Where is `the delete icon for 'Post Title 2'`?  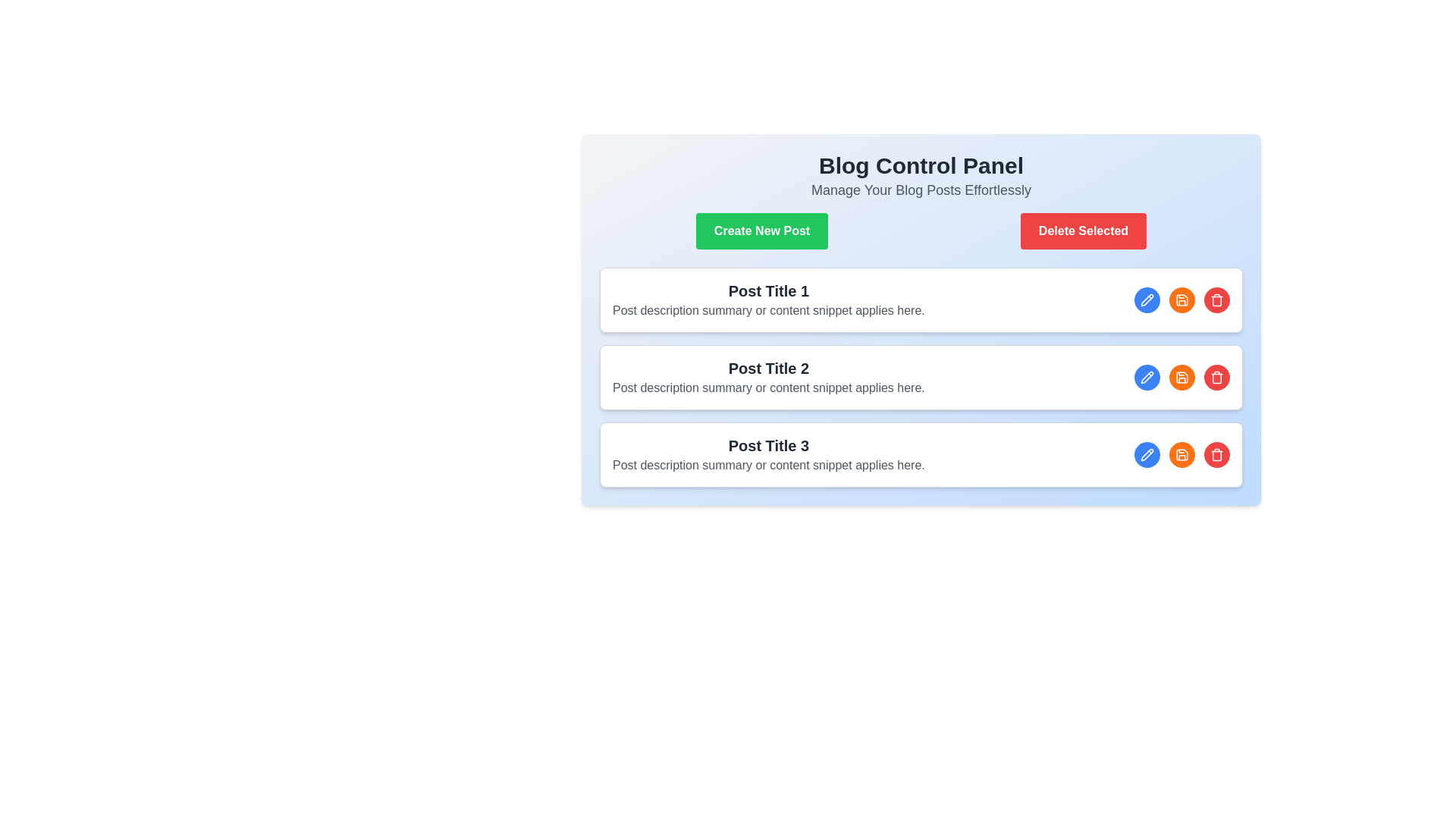 the delete icon for 'Post Title 2' is located at coordinates (1216, 454).